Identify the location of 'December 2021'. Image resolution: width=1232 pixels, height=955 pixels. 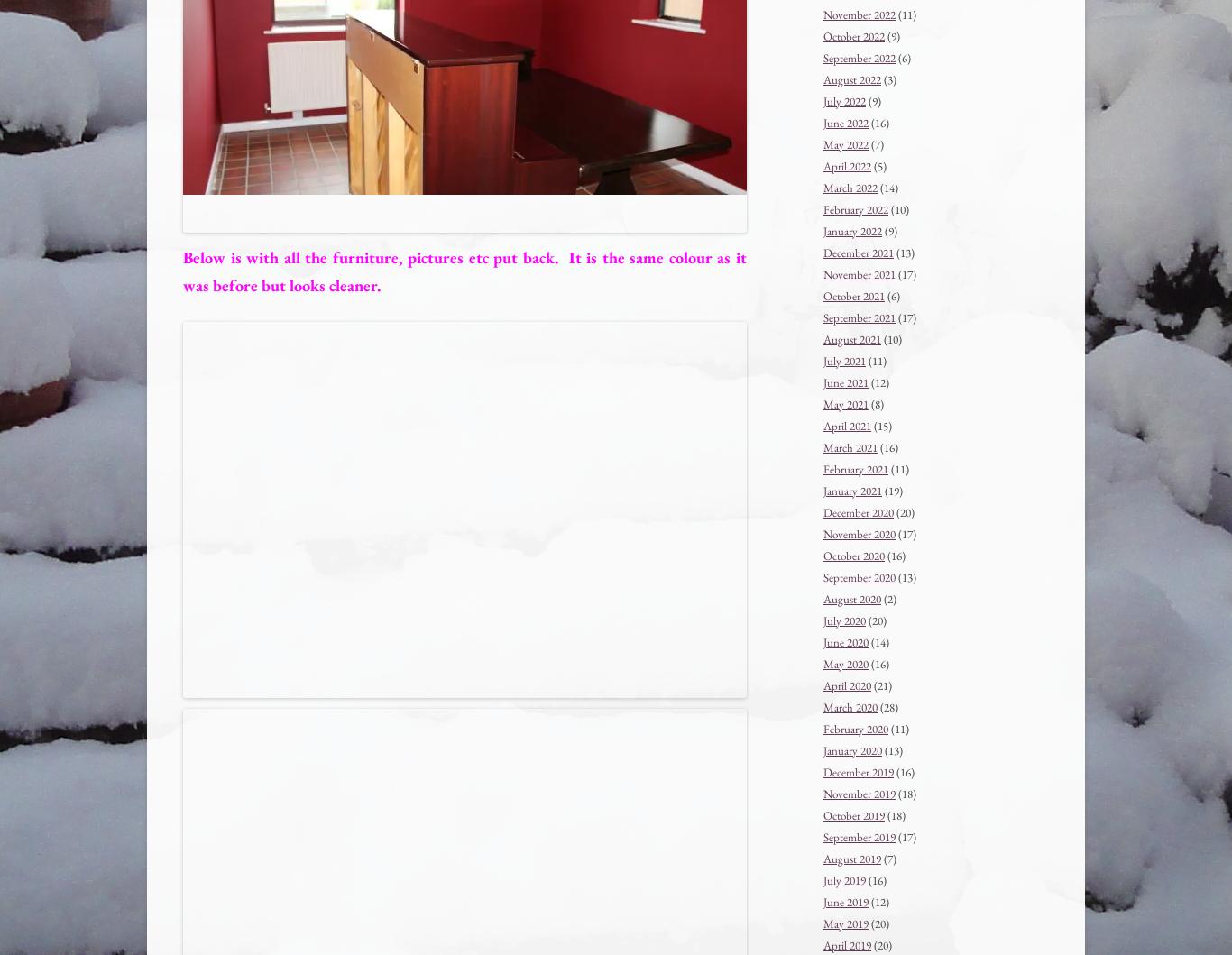
(858, 252).